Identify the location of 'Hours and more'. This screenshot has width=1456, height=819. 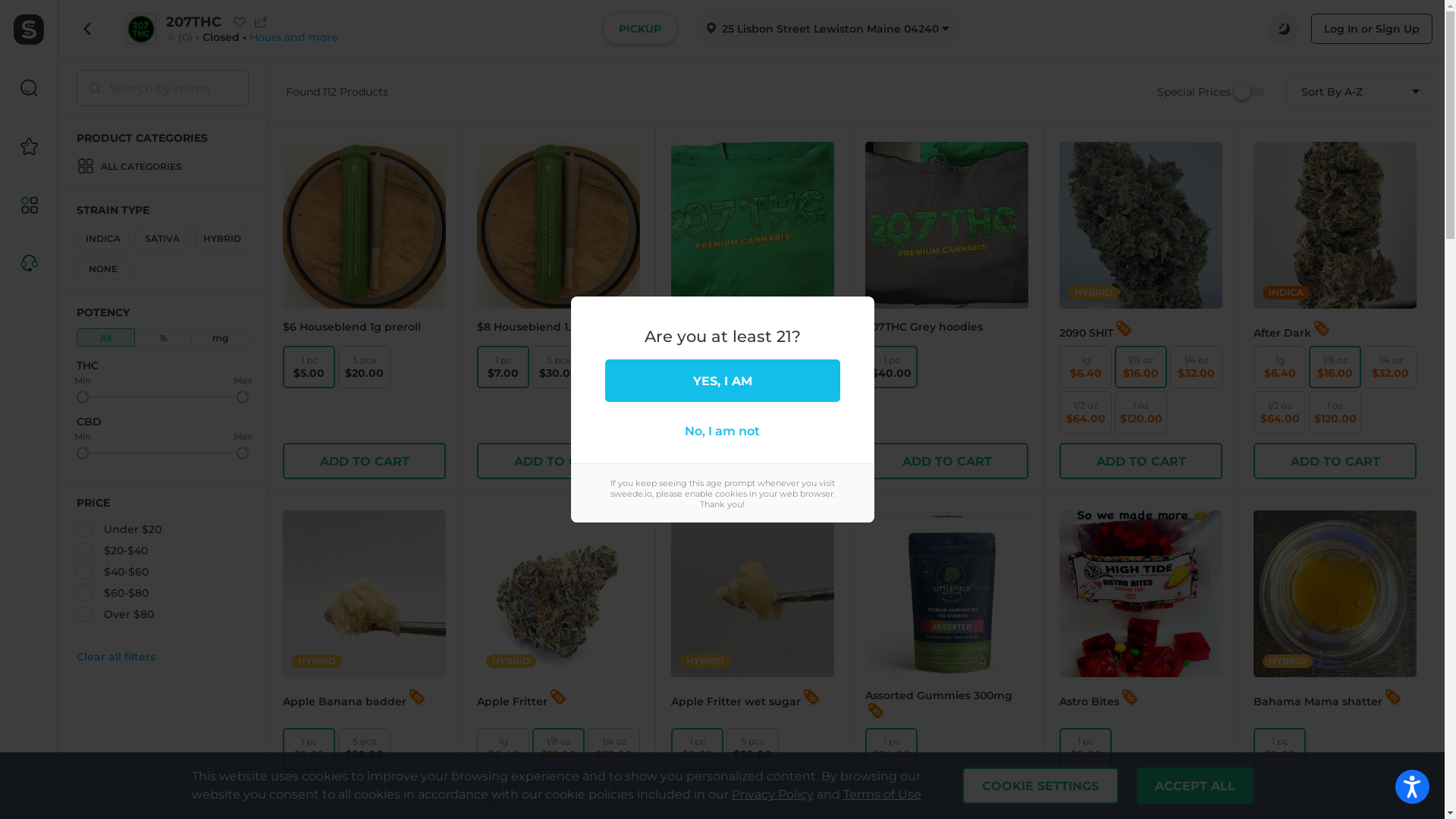
(293, 36).